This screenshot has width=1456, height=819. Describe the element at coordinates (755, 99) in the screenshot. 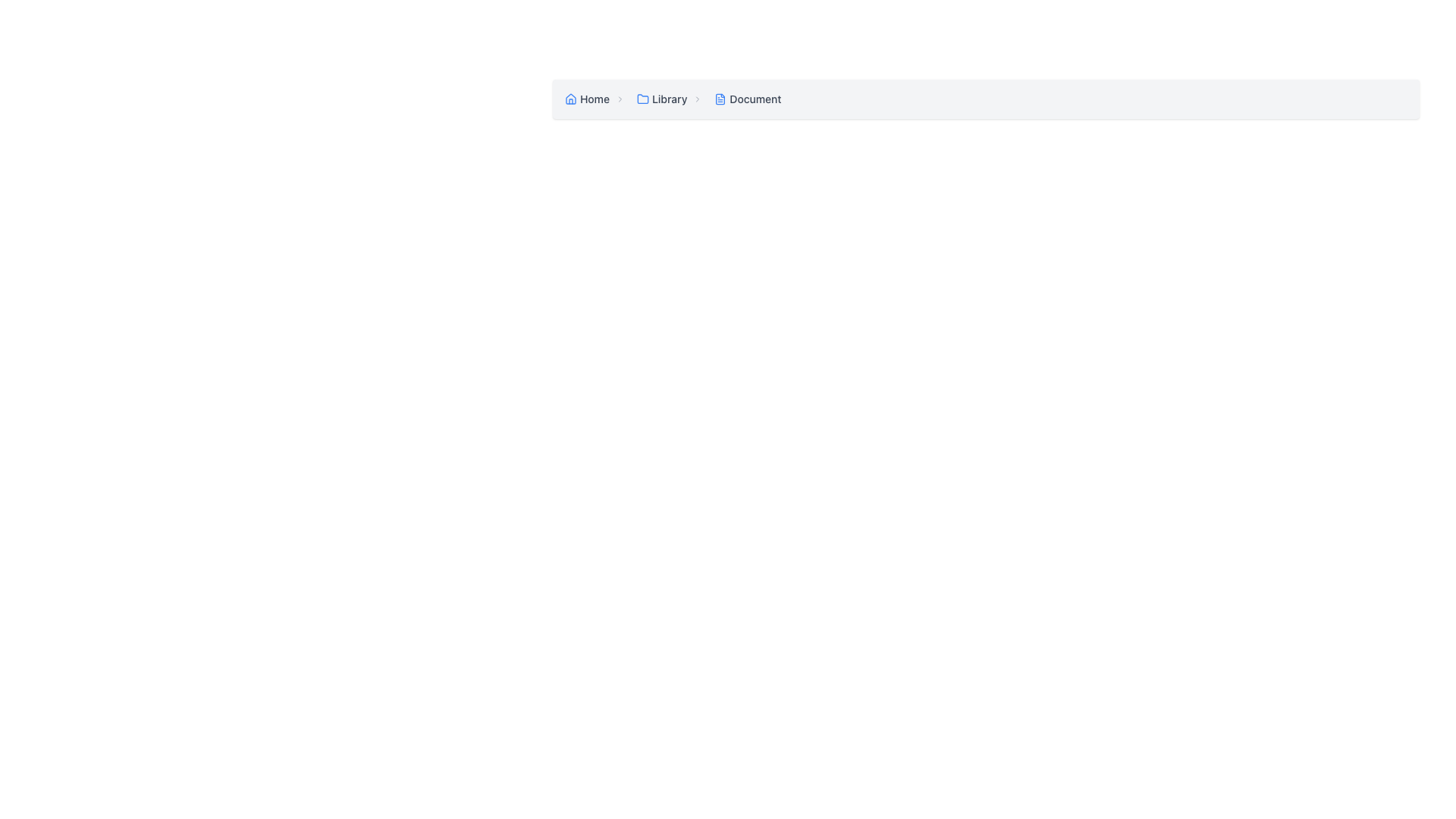

I see `the Text Label that indicates the current section or page in the breadcrumb navigation, positioned as the last item to the right of the folder icon` at that location.